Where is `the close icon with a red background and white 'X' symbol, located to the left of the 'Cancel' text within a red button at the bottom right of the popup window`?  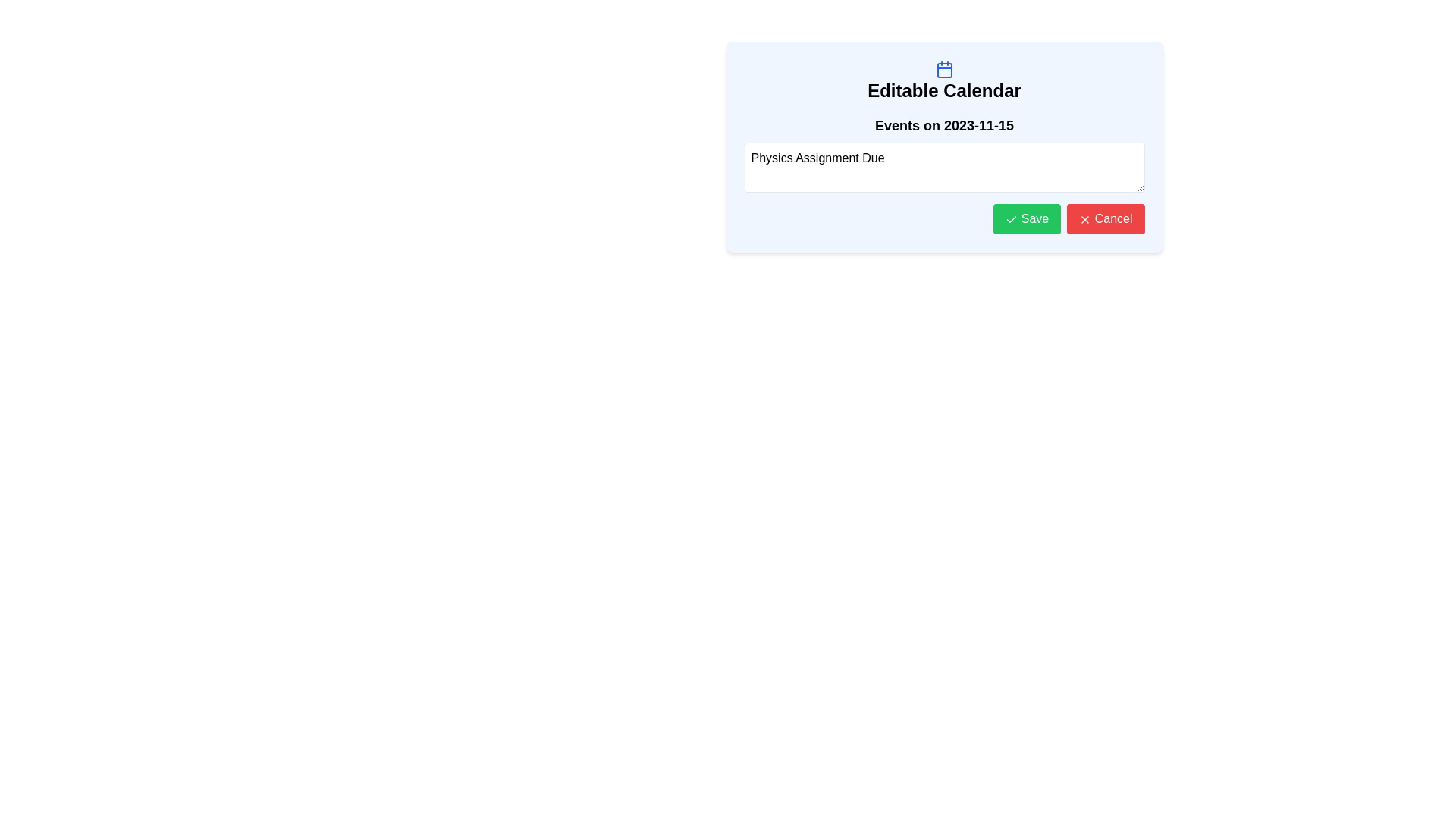
the close icon with a red background and white 'X' symbol, located to the left of the 'Cancel' text within a red button at the bottom right of the popup window is located at coordinates (1084, 219).